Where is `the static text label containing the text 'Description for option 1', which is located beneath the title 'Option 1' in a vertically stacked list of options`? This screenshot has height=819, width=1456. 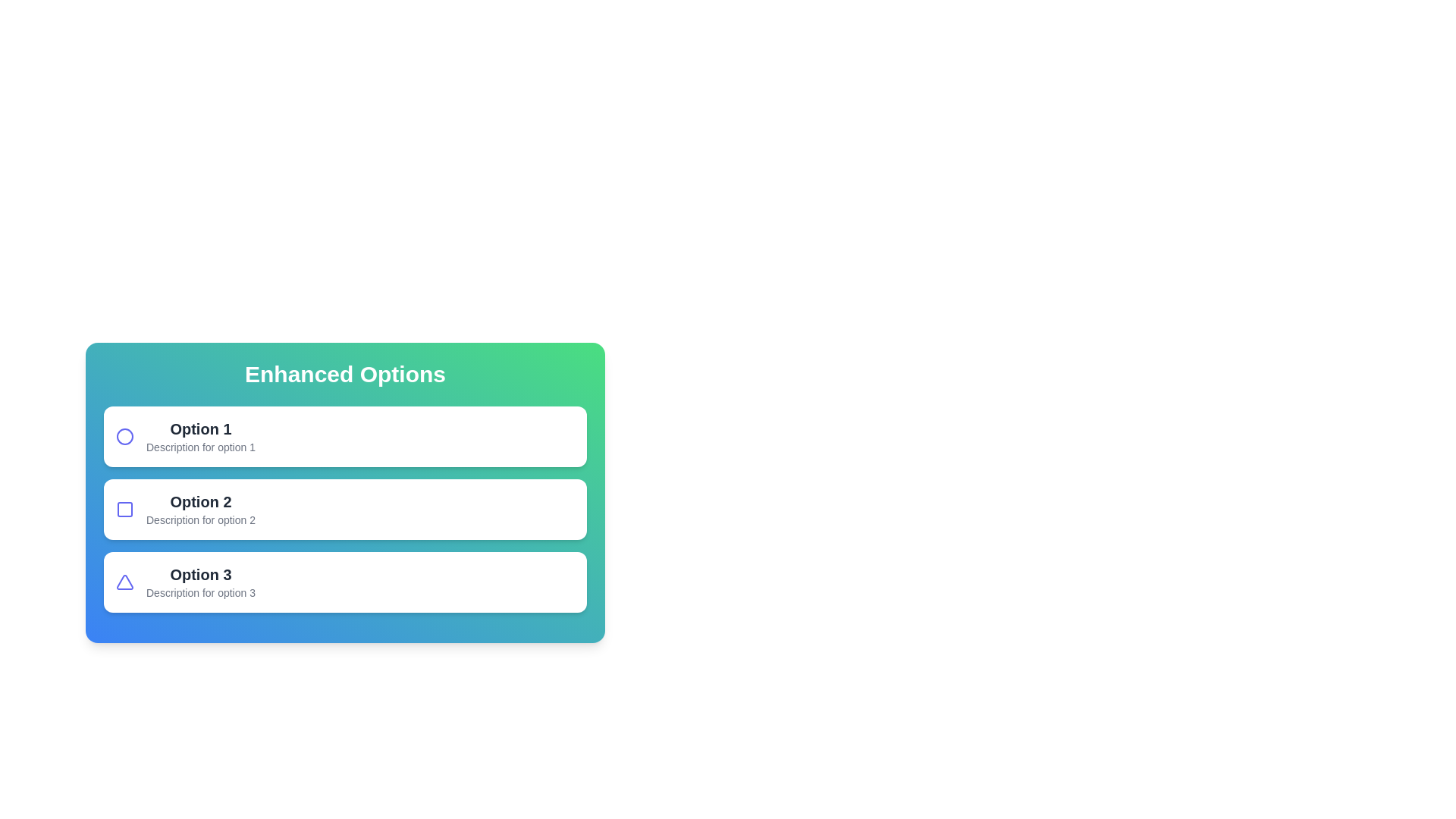
the static text label containing the text 'Description for option 1', which is located beneath the title 'Option 1' in a vertically stacked list of options is located at coordinates (199, 447).